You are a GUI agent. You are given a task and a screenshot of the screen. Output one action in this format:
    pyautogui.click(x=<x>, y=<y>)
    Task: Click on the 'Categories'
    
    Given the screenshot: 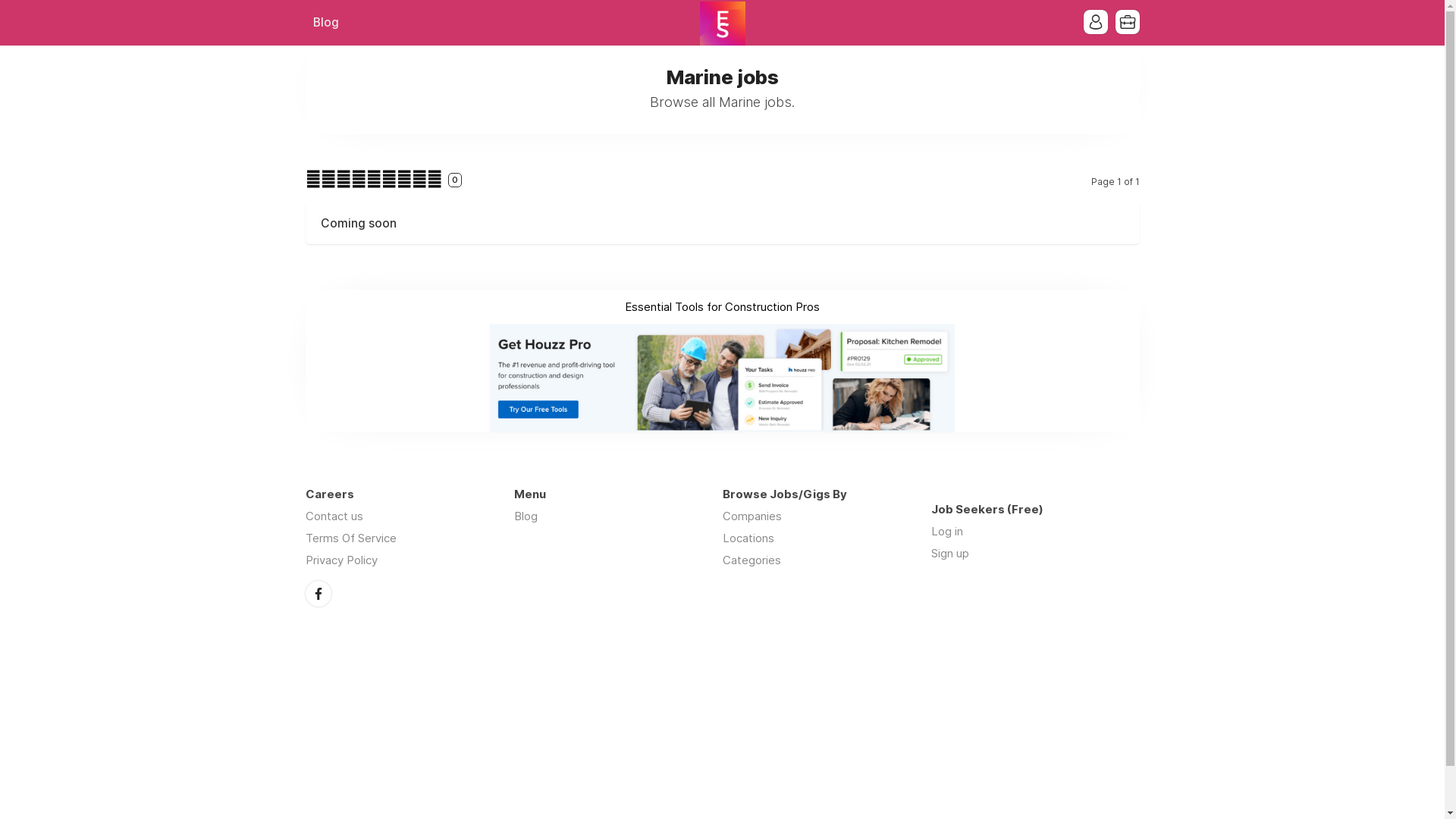 What is the action you would take?
    pyautogui.click(x=751, y=560)
    